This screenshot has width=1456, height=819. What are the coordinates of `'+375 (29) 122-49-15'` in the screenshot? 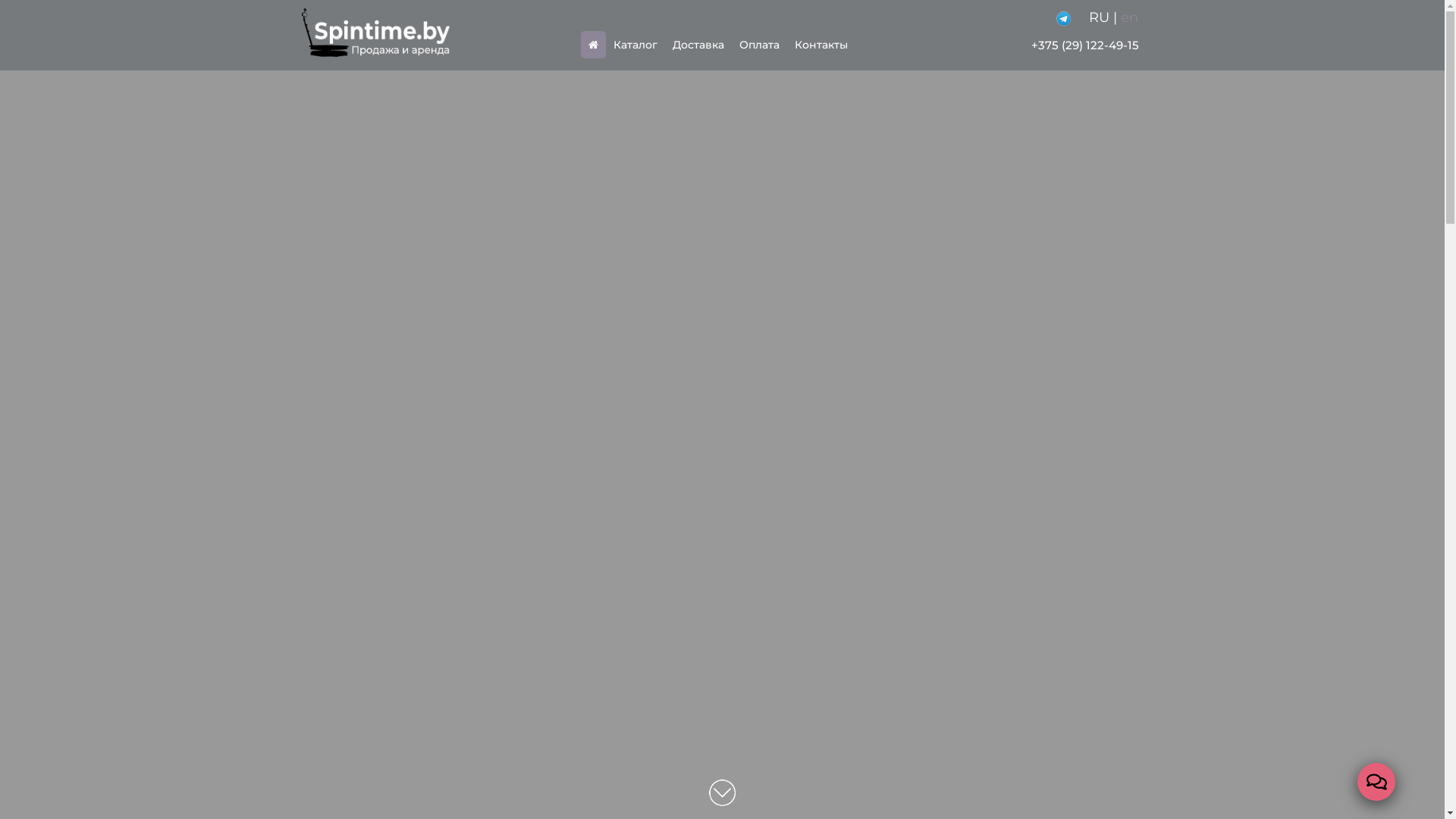 It's located at (1084, 45).